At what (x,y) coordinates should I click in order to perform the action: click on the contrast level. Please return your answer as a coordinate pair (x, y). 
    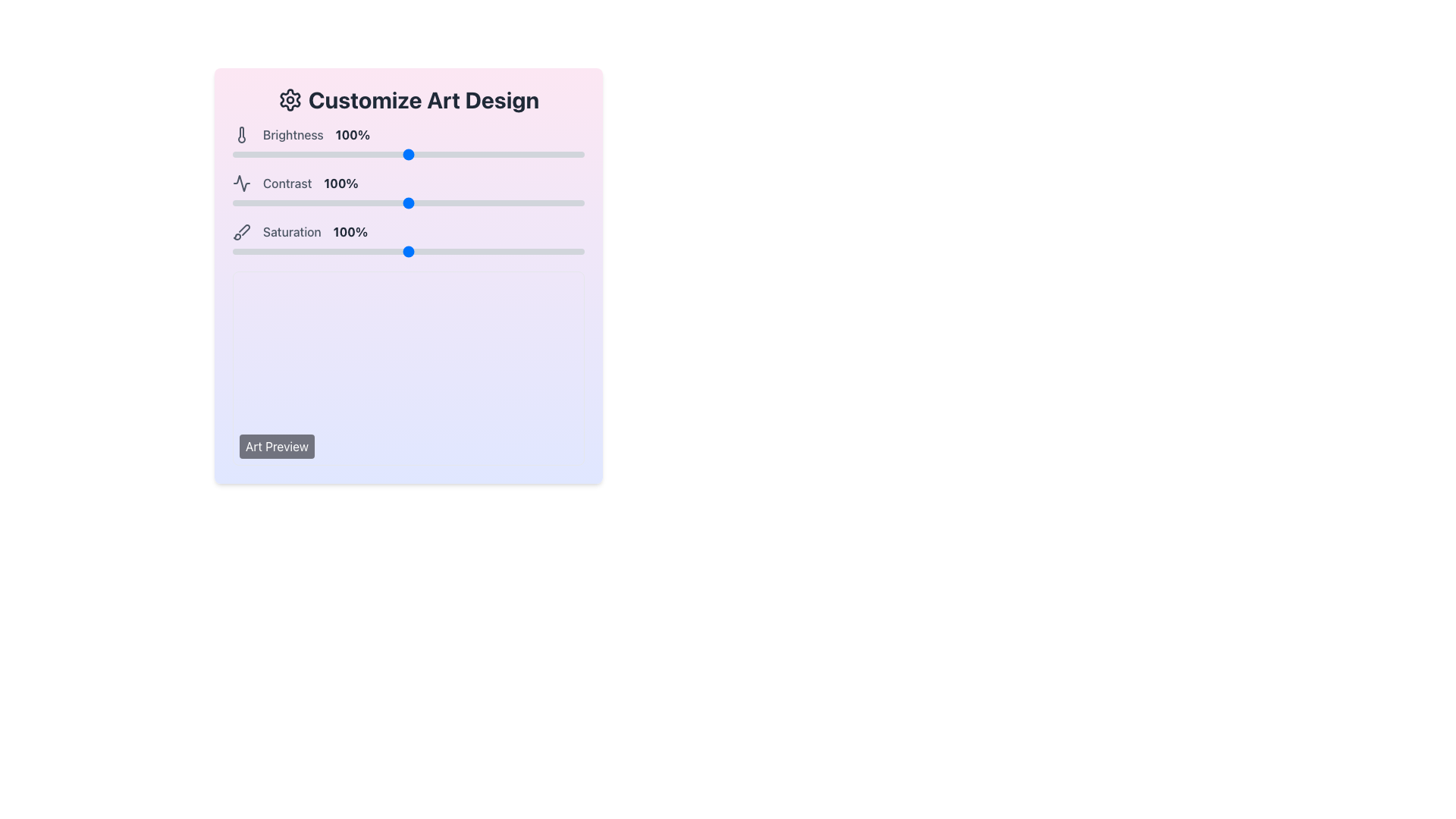
    Looking at the image, I should click on (483, 202).